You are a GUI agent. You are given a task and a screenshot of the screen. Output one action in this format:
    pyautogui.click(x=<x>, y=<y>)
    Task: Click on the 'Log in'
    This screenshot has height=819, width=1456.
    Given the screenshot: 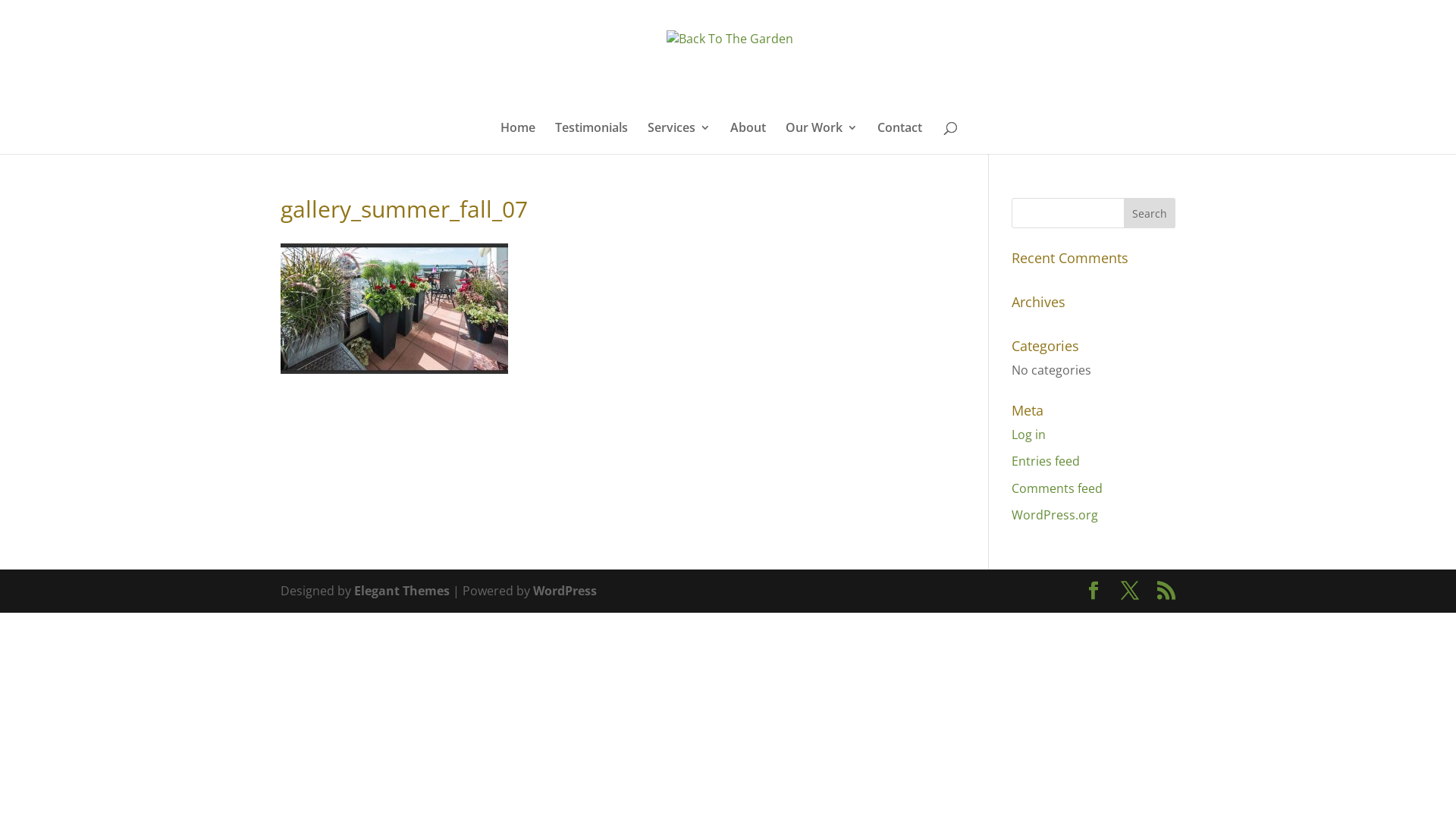 What is the action you would take?
    pyautogui.click(x=1028, y=435)
    